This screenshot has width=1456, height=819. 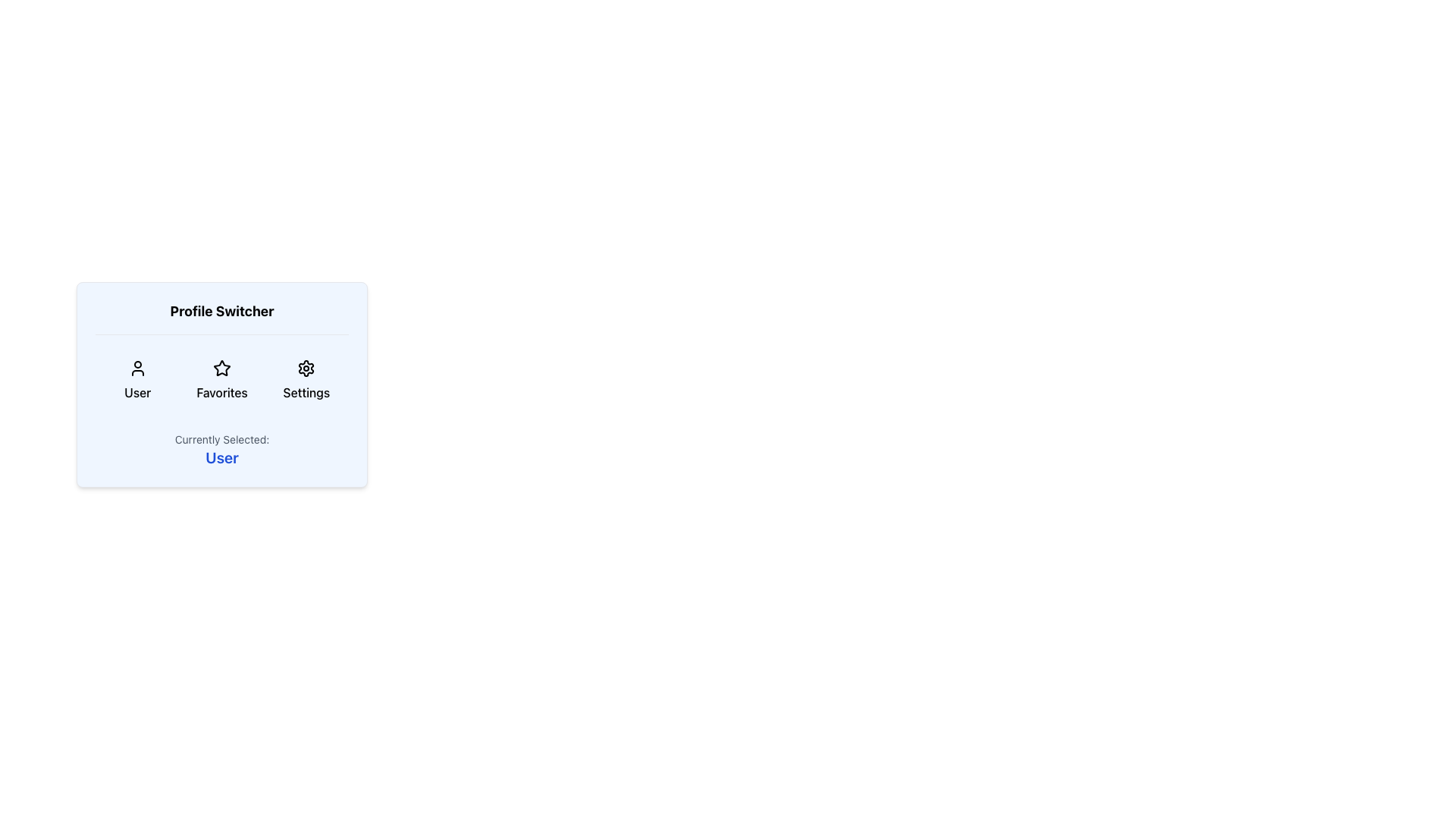 I want to click on star icon above the 'Favorites' label in the interface using developer tools, so click(x=221, y=369).